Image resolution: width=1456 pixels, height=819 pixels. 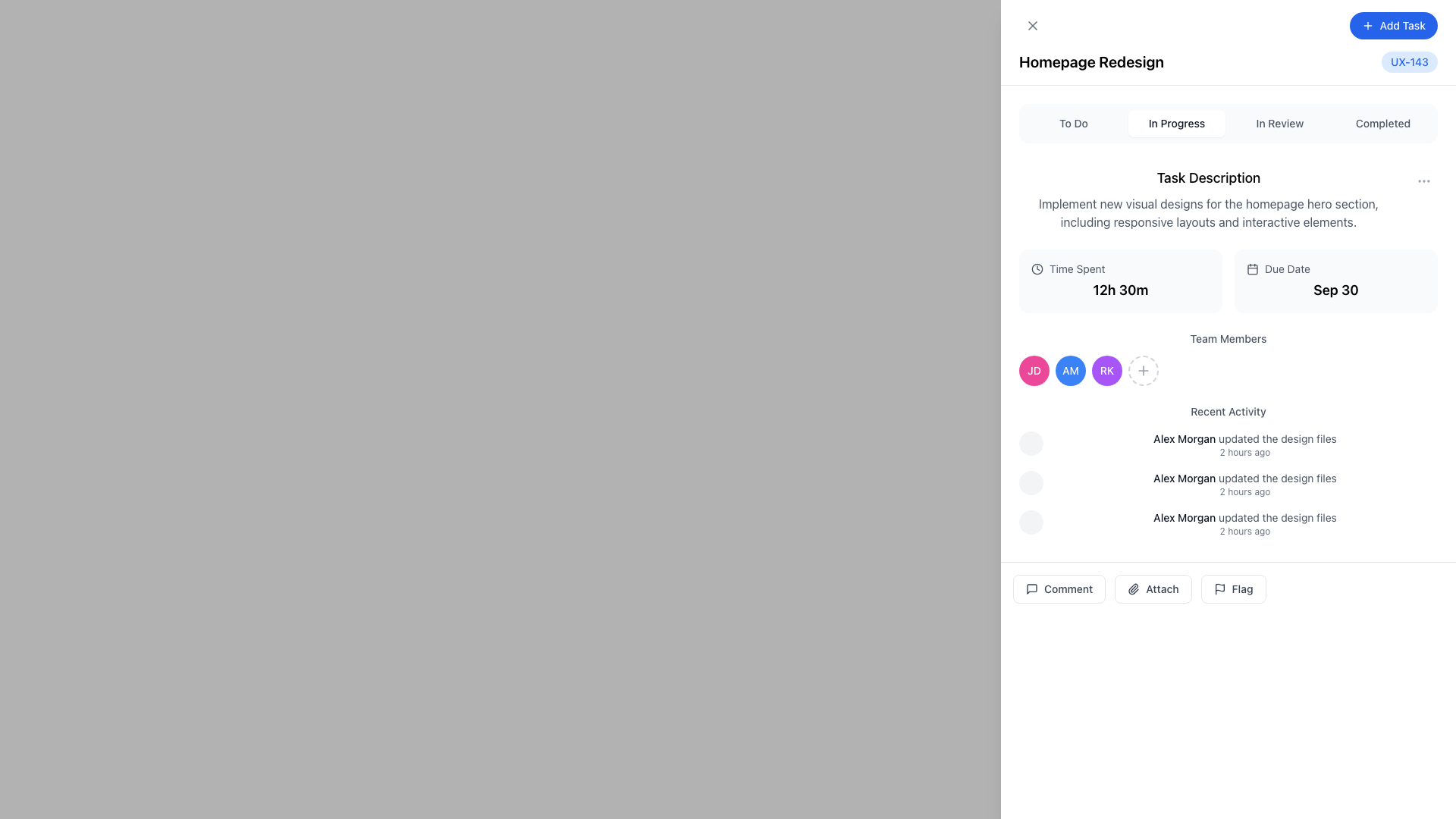 What do you see at coordinates (1184, 478) in the screenshot?
I see `the text element that identifies the user 'Alex Morgan' in the 'Recent Activity' section, which is the first part of the sentence in the second entry of the activity log` at bounding box center [1184, 478].